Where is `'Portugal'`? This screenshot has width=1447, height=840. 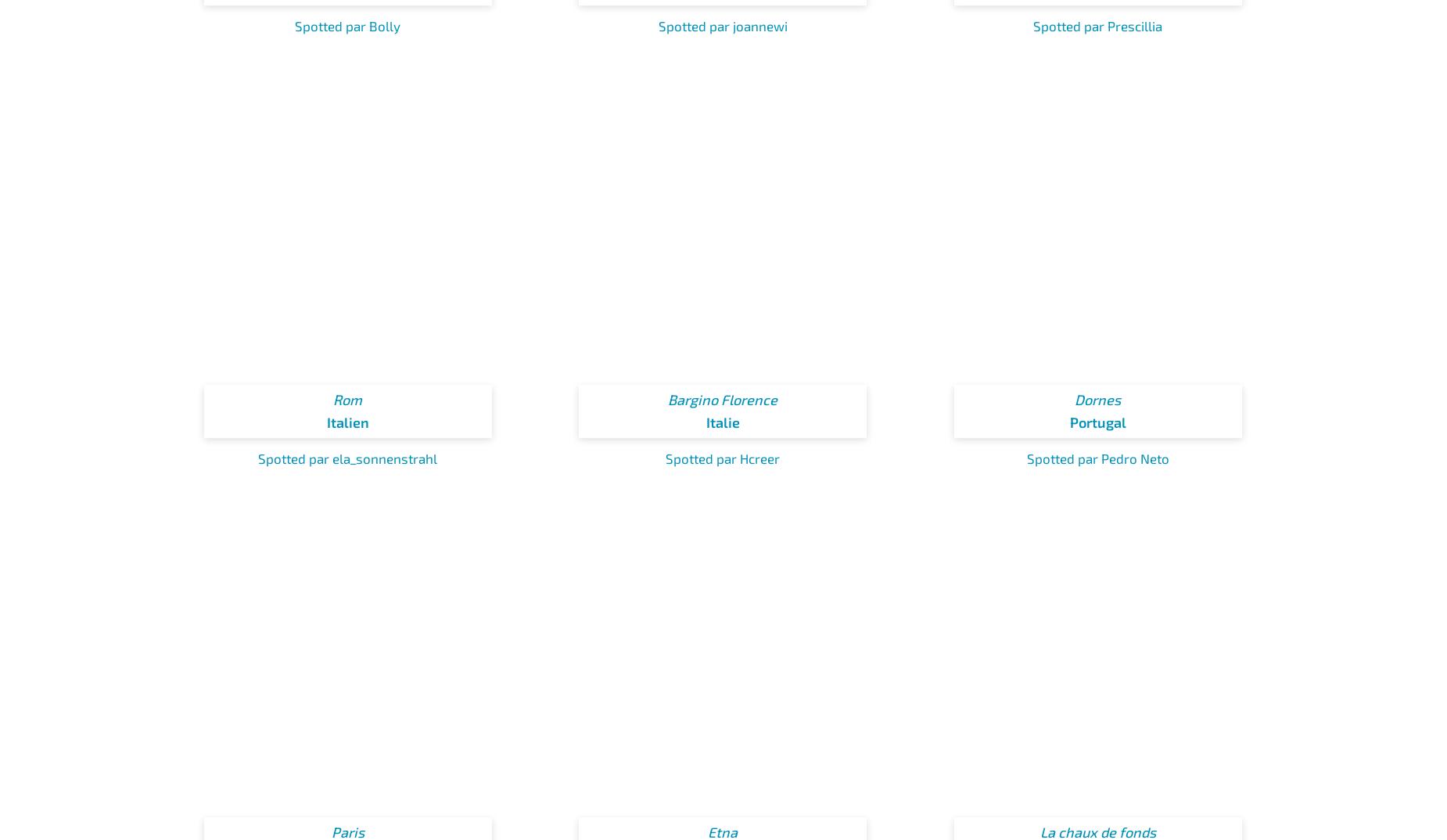 'Portugal' is located at coordinates (1097, 422).